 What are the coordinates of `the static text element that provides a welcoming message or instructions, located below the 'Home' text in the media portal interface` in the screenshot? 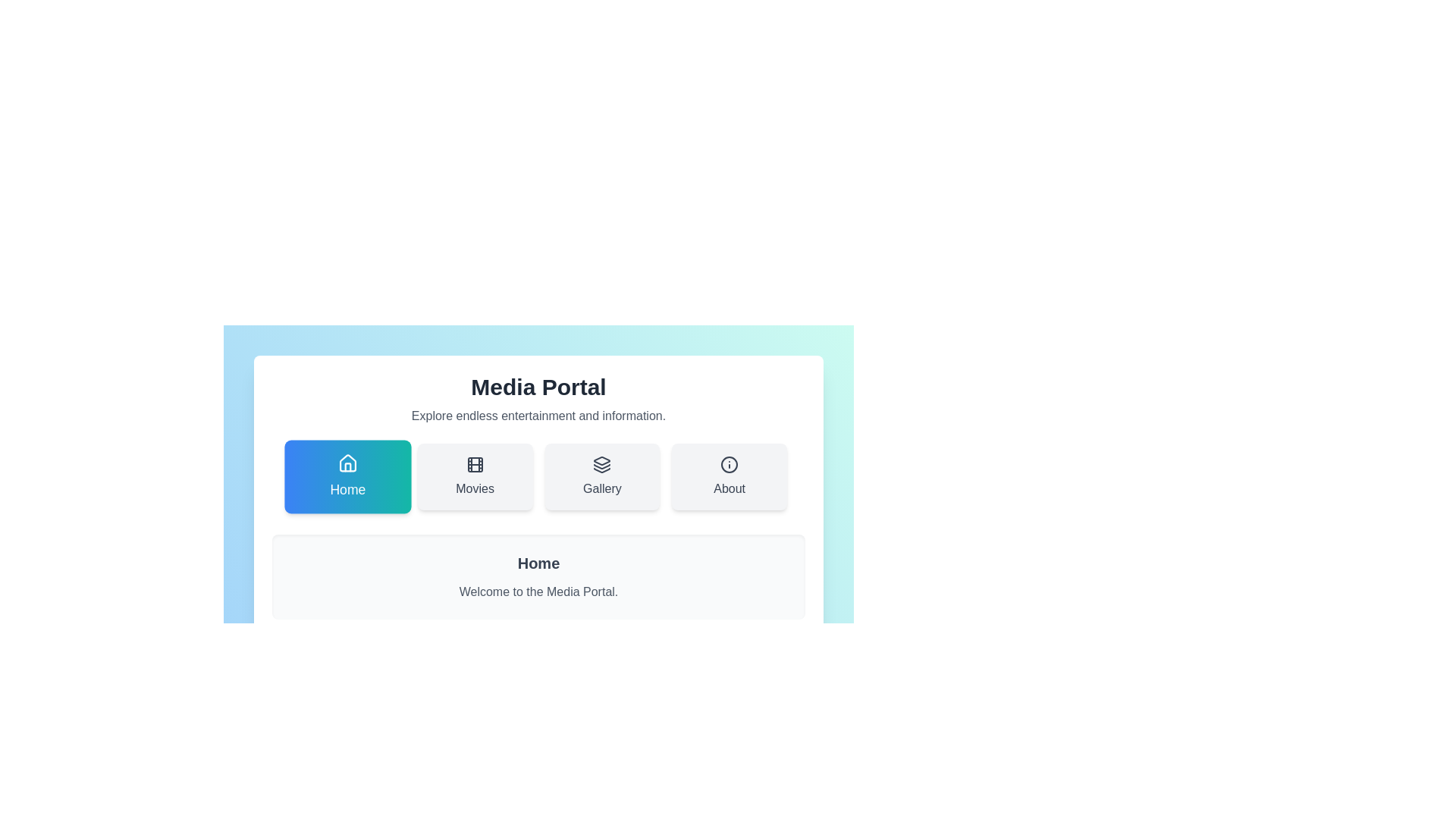 It's located at (538, 591).